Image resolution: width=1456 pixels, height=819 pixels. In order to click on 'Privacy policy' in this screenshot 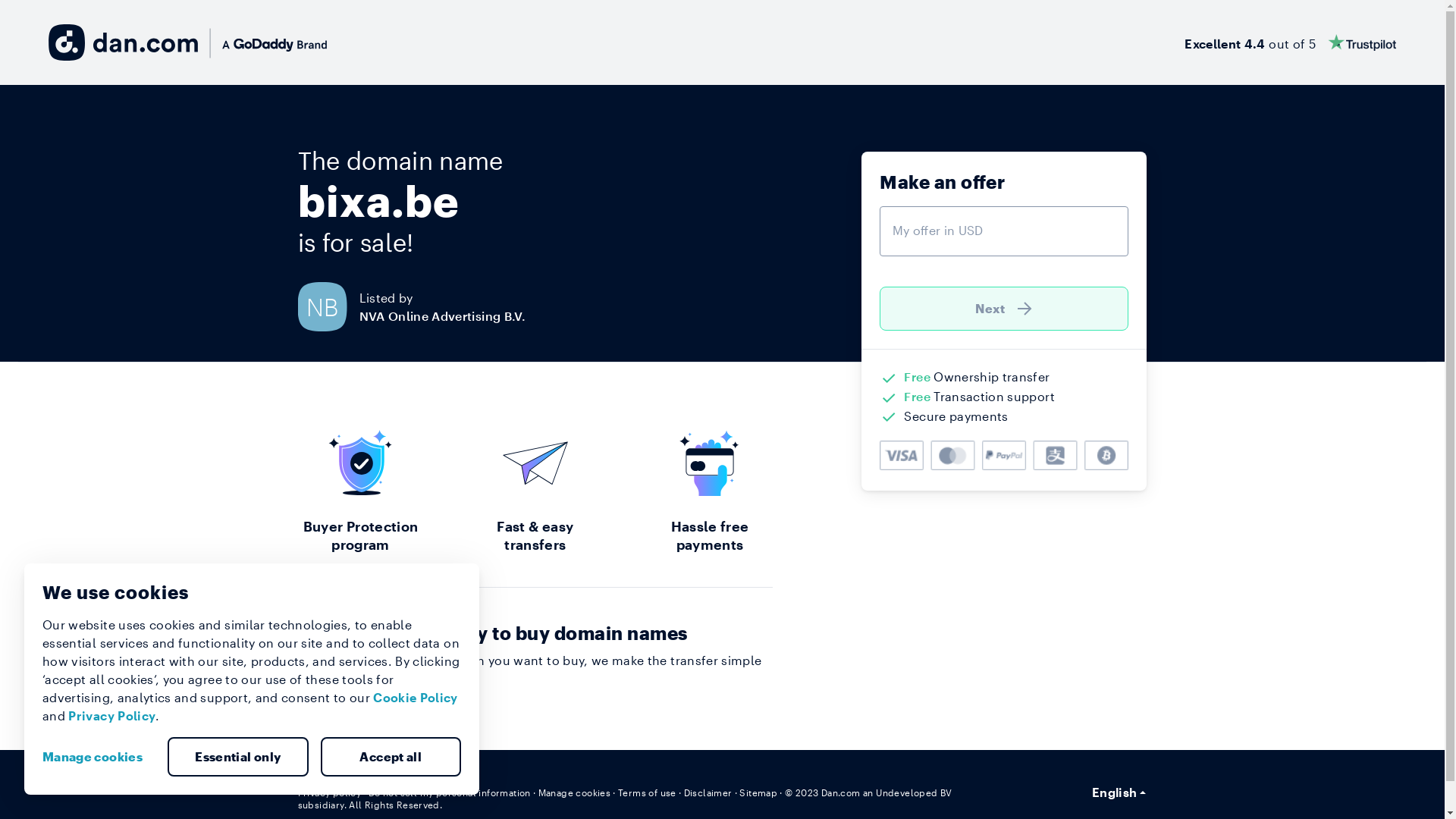, I will do `click(328, 792)`.